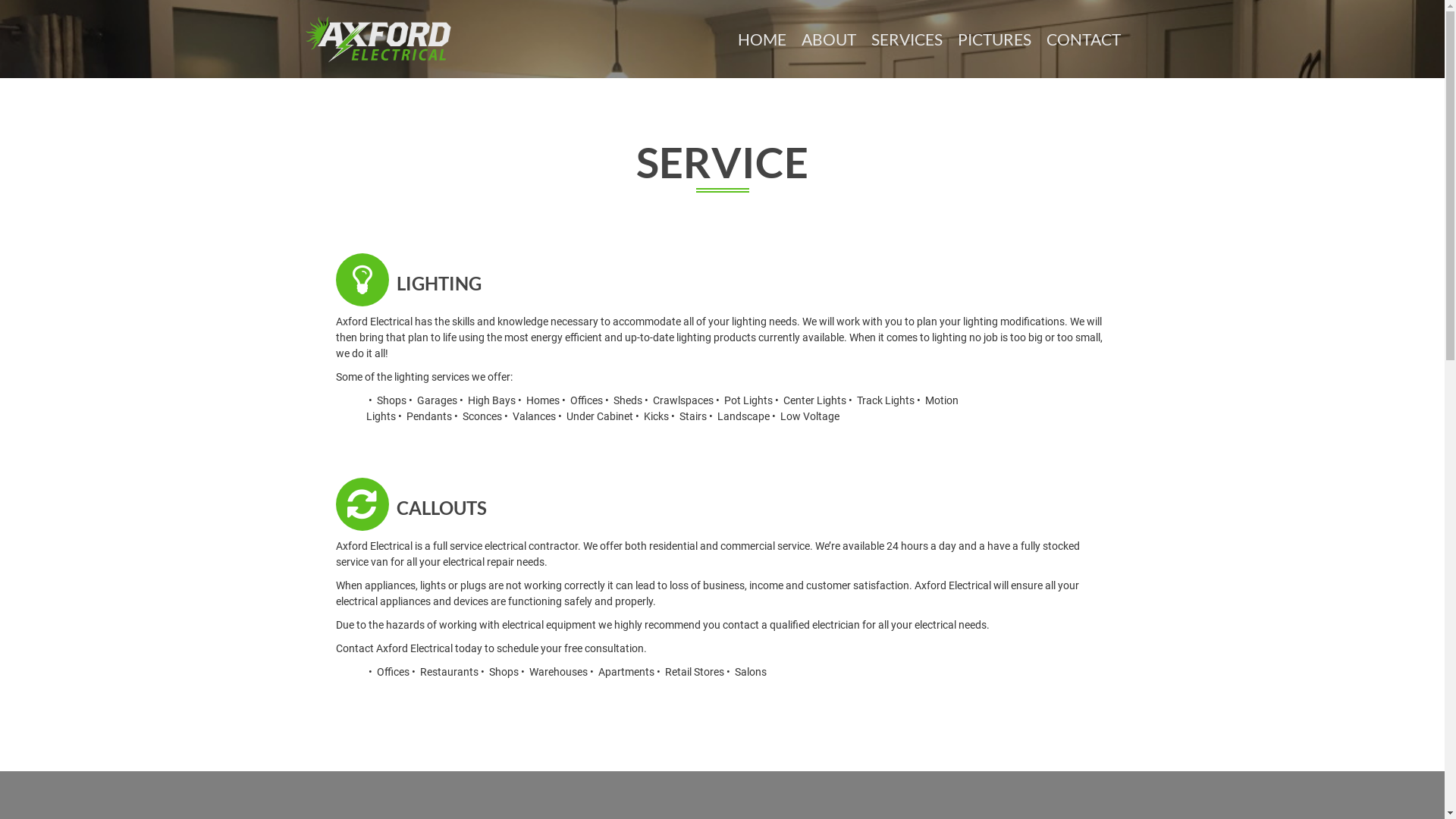 The height and width of the screenshot is (819, 1456). I want to click on 'ABOUT', so click(827, 38).